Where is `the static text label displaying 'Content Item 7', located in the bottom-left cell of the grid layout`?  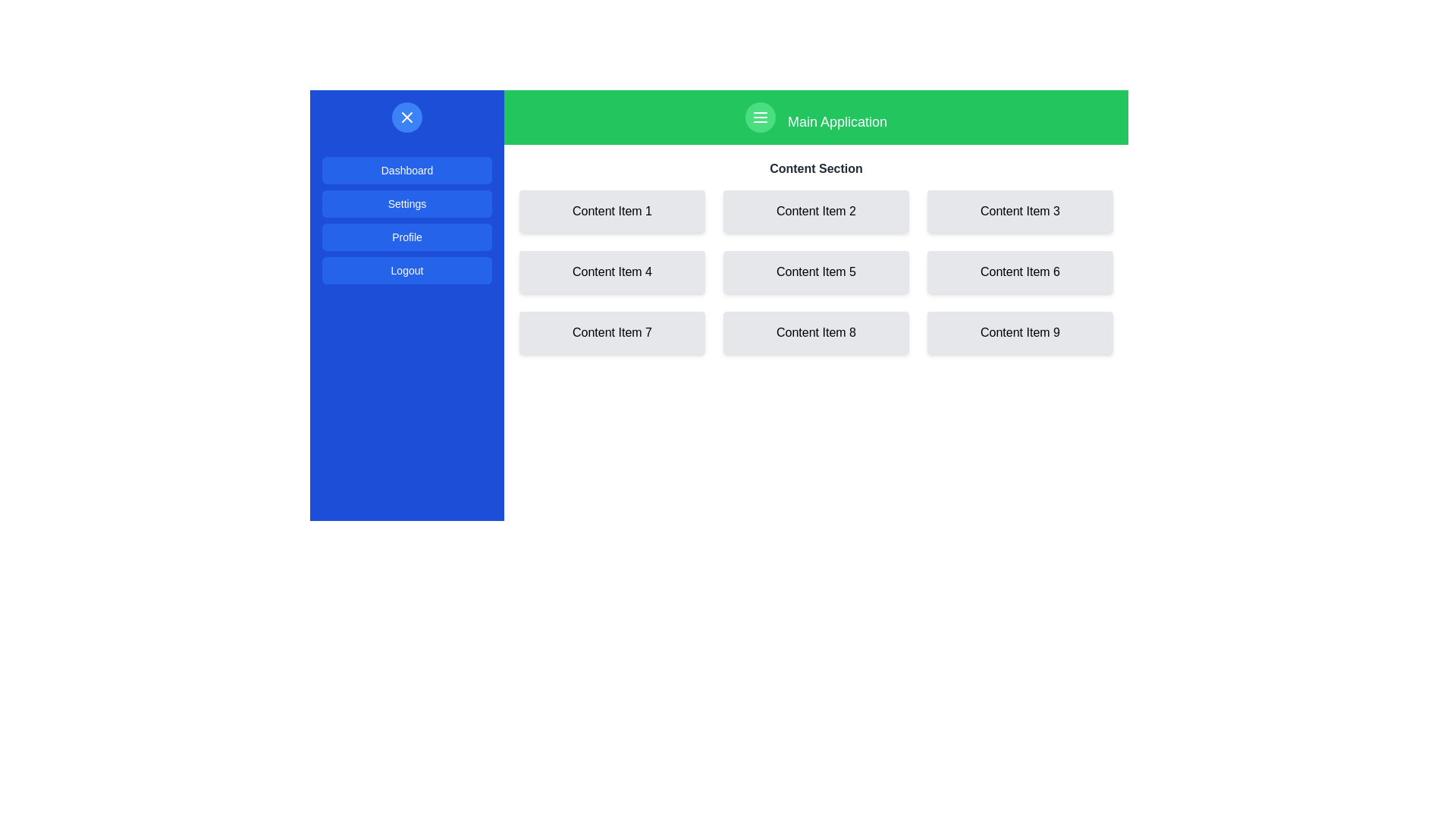 the static text label displaying 'Content Item 7', located in the bottom-left cell of the grid layout is located at coordinates (612, 332).